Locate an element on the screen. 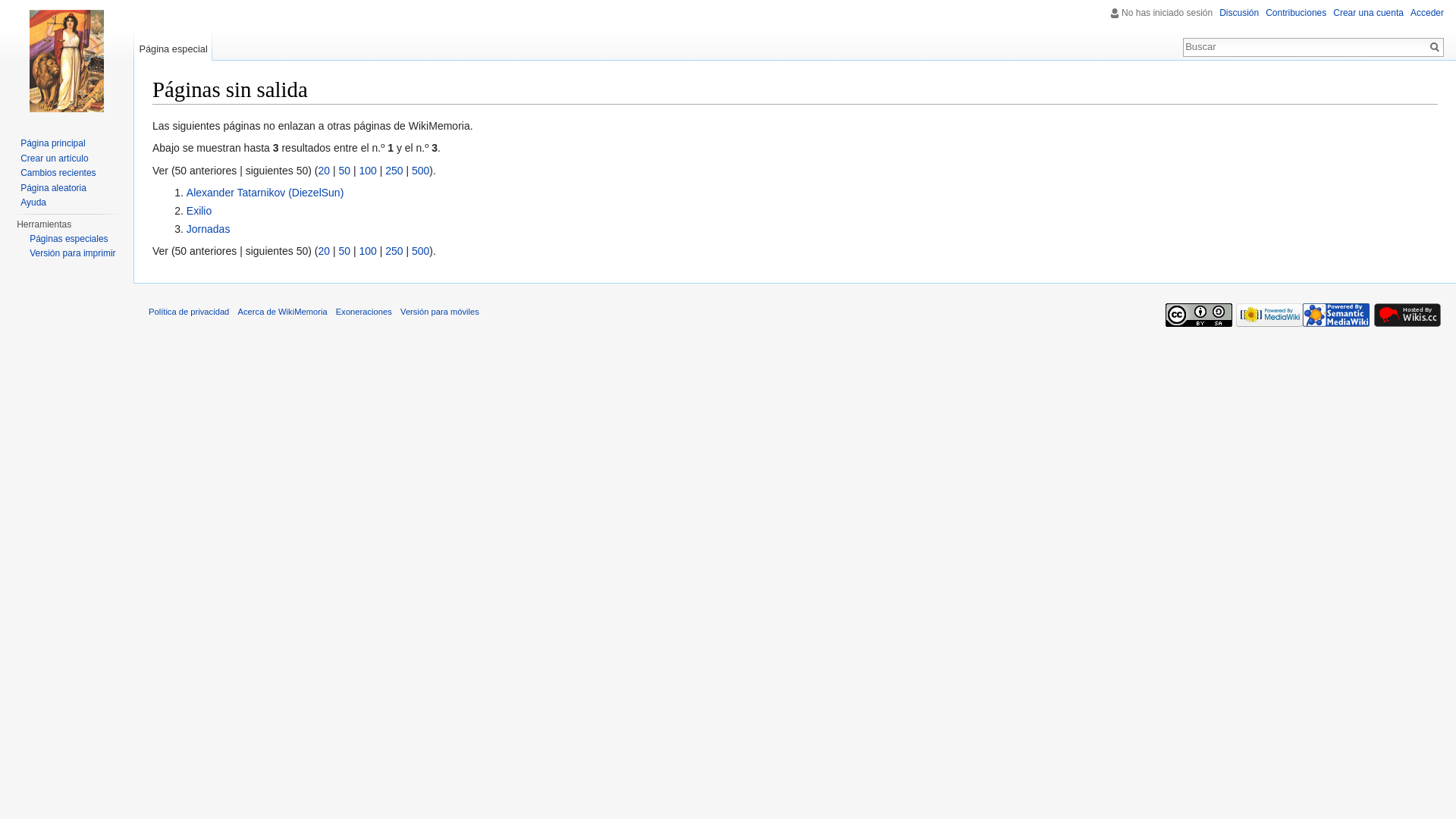 The height and width of the screenshot is (819, 1456). 'Crear una cuenta' is located at coordinates (1368, 12).